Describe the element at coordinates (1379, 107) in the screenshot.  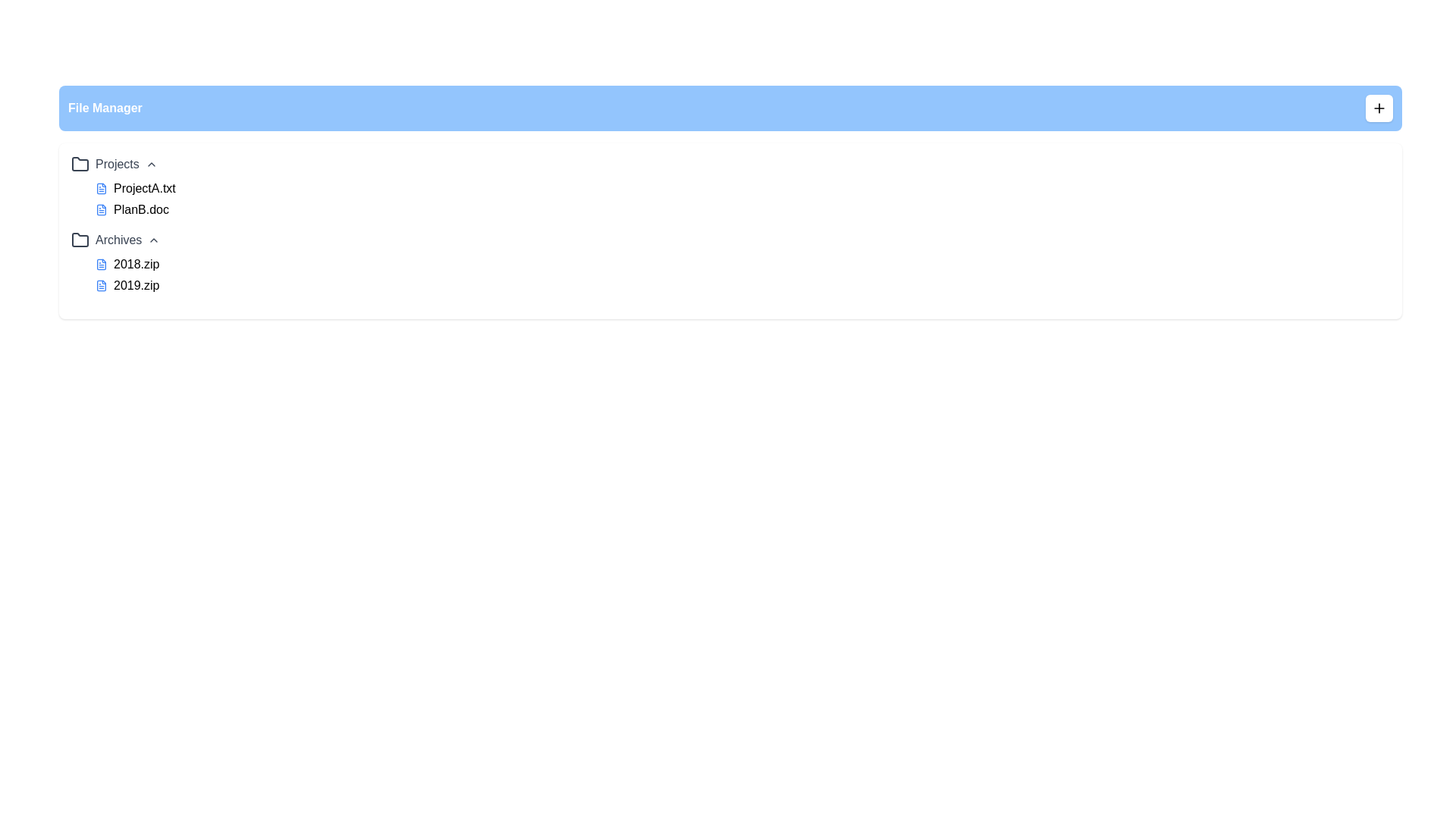
I see `the add item button icon located in the top-right corner of the blue header bar` at that location.